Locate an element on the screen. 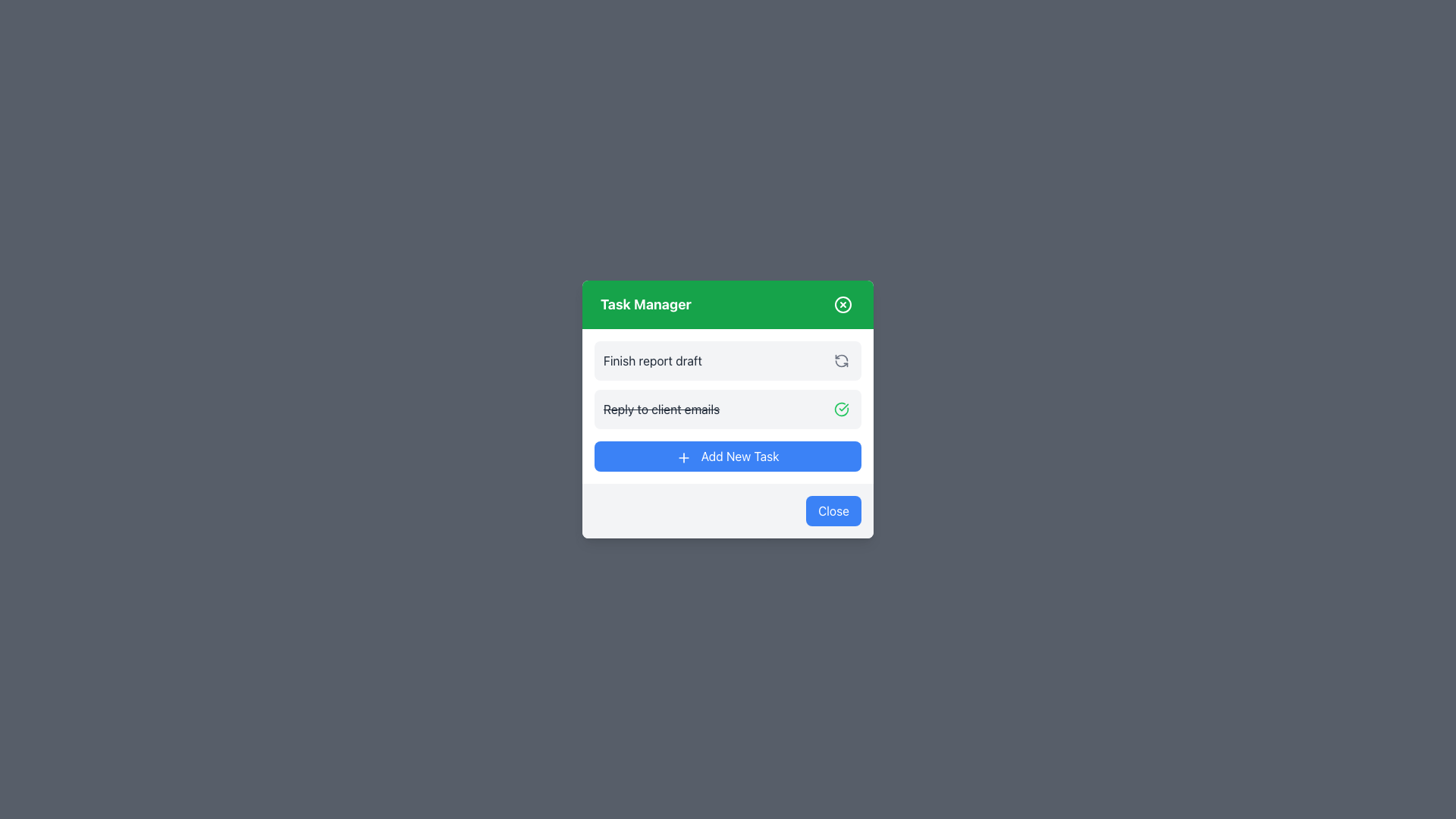 This screenshot has height=819, width=1456. the text label displaying 'Finish report draft' which is located in a light gray rectangular area at the top of the task listing section is located at coordinates (652, 360).